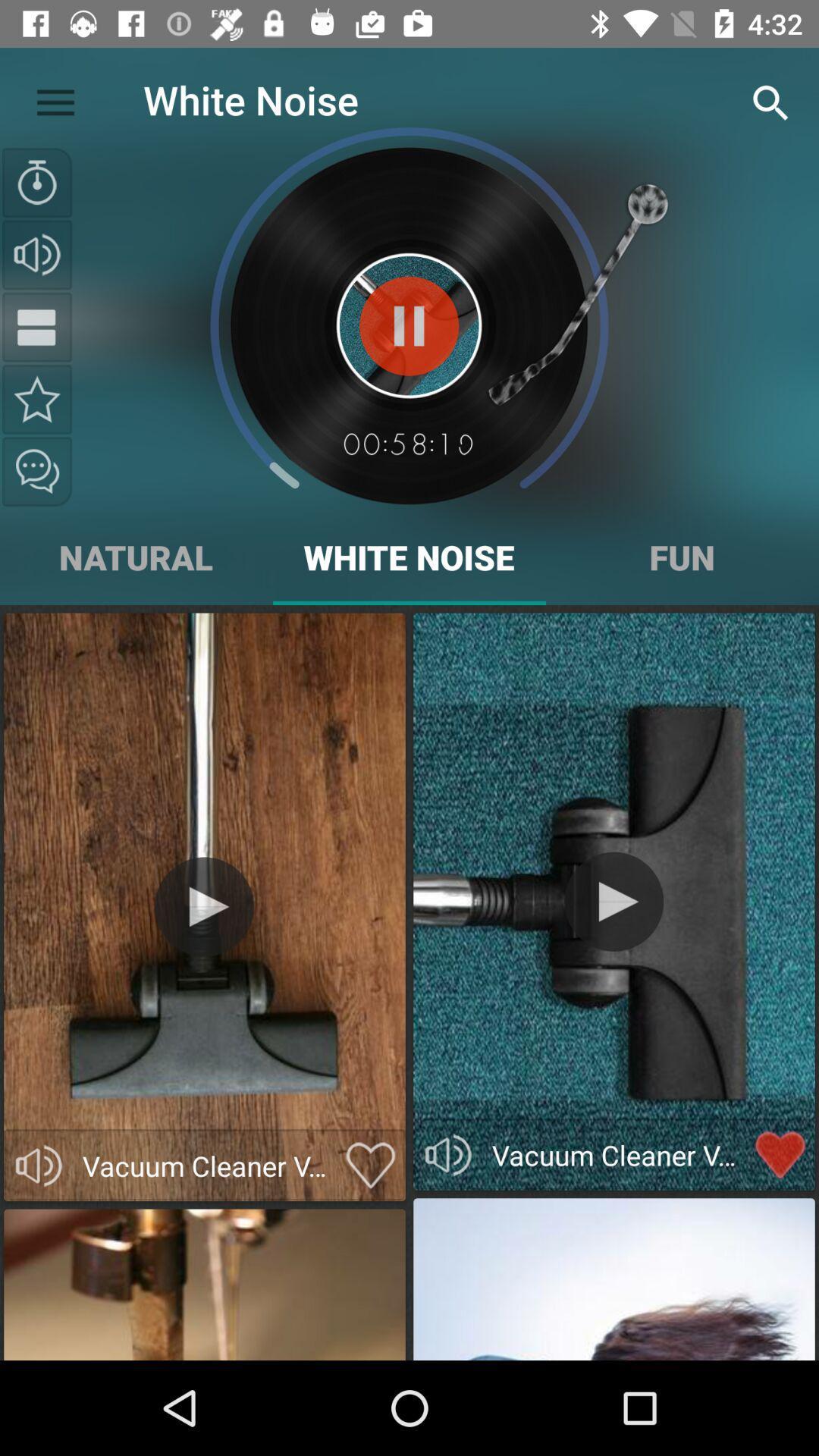 This screenshot has height=1456, width=819. Describe the element at coordinates (36, 182) in the screenshot. I see `set timer` at that location.